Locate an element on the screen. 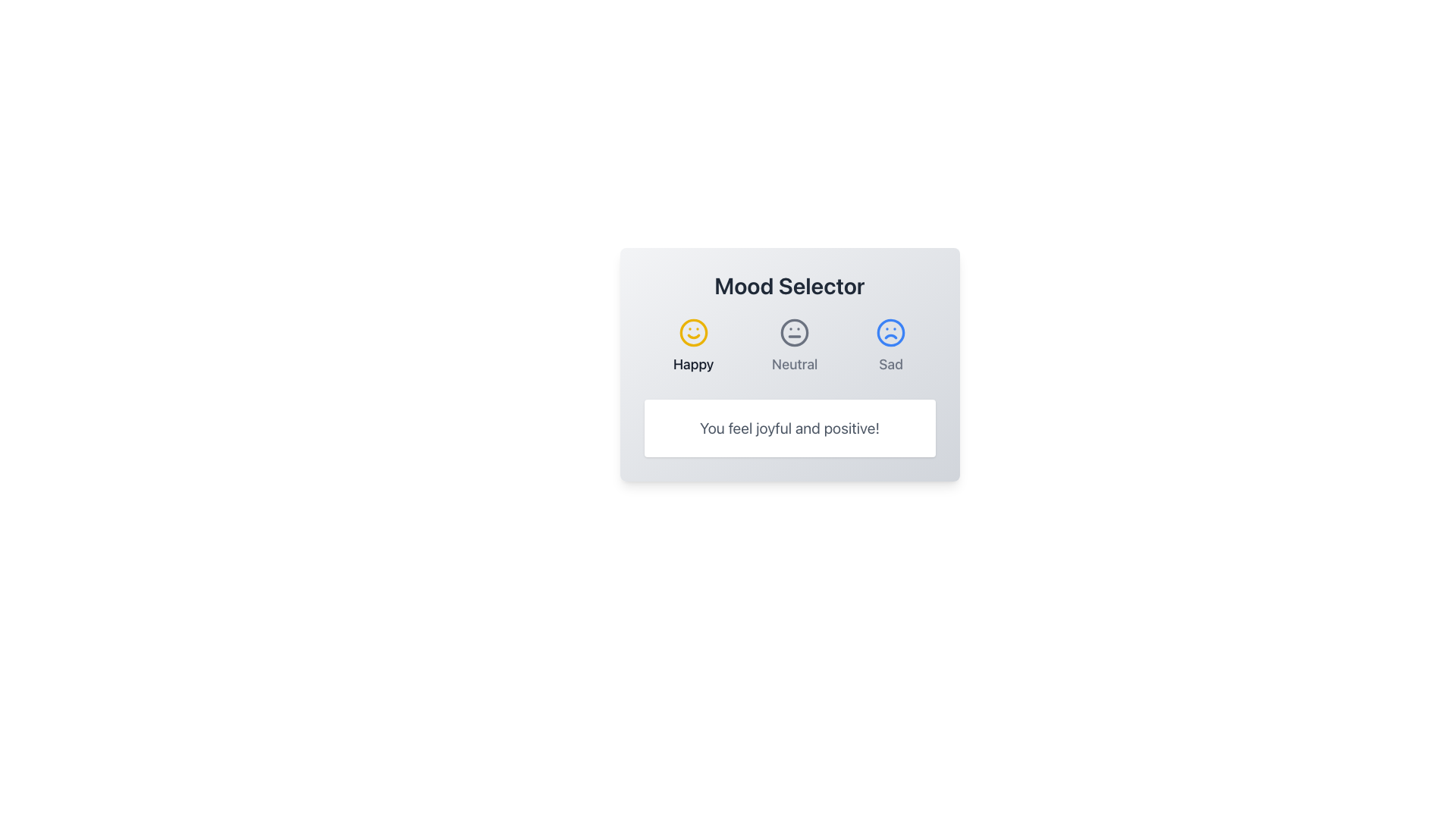 The height and width of the screenshot is (819, 1456). the neutral mood selector button, which is represented by a circle with a neutral face and the word 'Neutral' below it is located at coordinates (794, 346).